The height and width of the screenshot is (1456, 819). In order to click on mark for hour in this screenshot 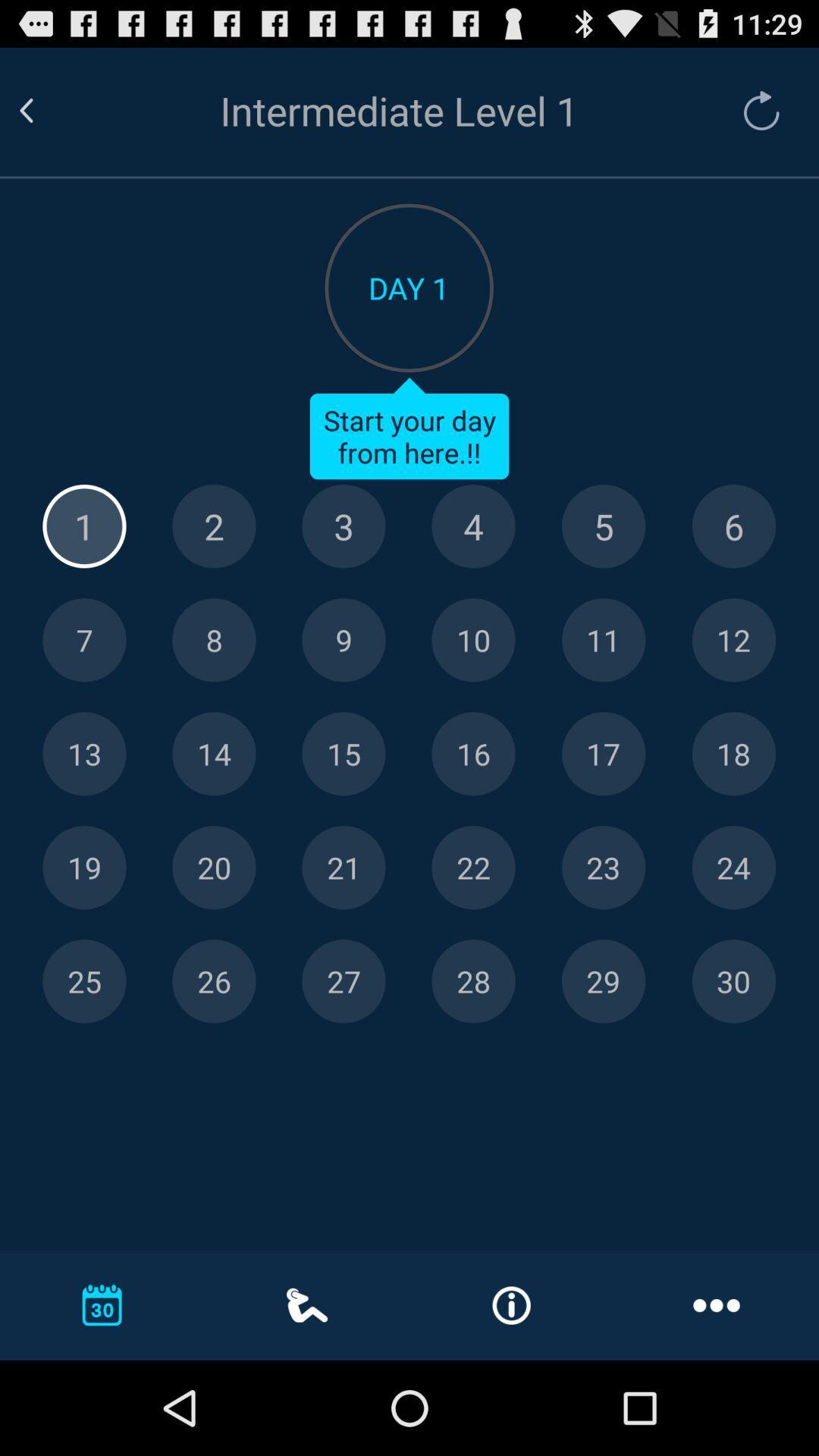, I will do `click(733, 640)`.